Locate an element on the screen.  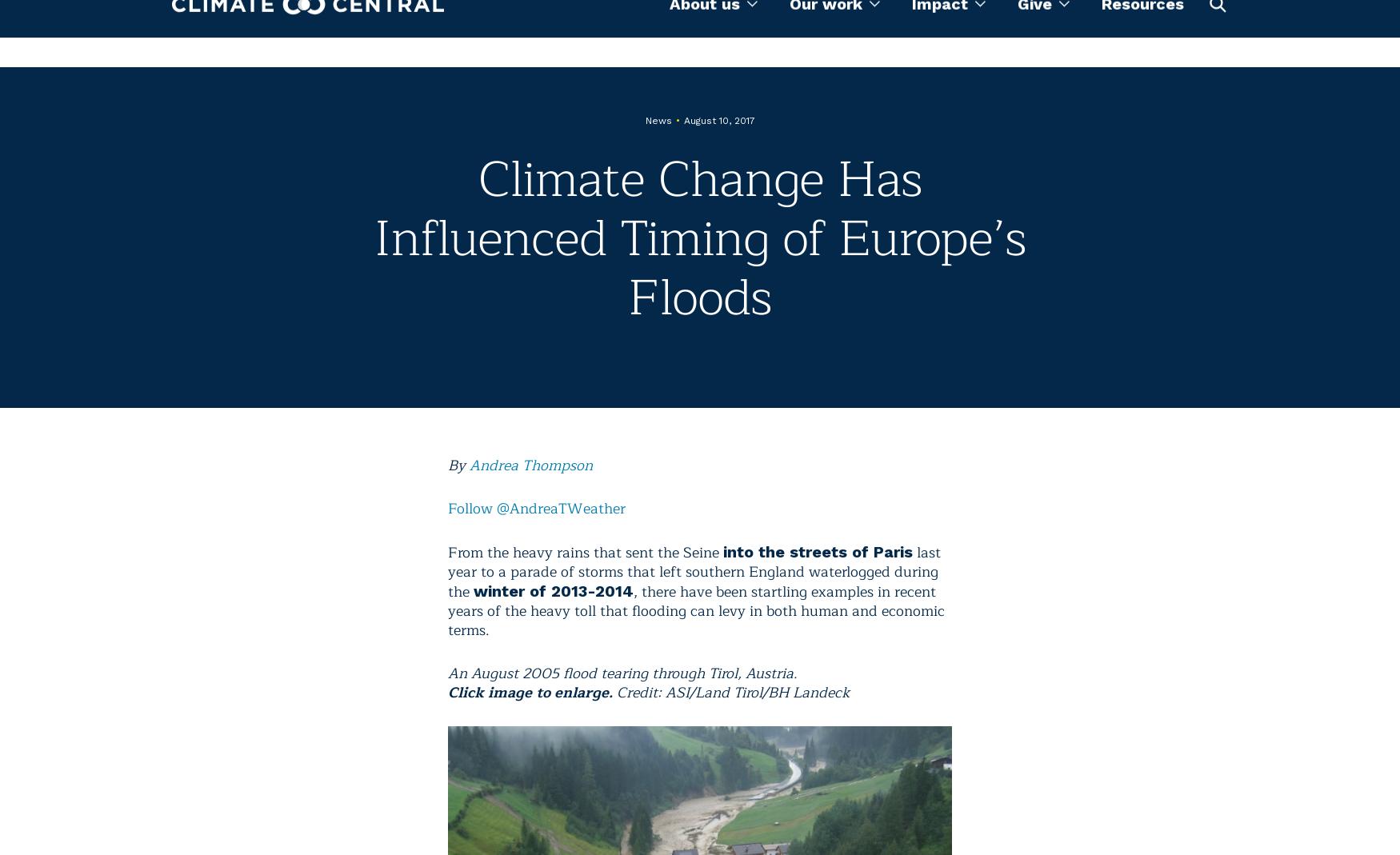
', there have been startling examples in recent years of the heavy toll that flooding can levy in both human and economic terms.' is located at coordinates (696, 611).